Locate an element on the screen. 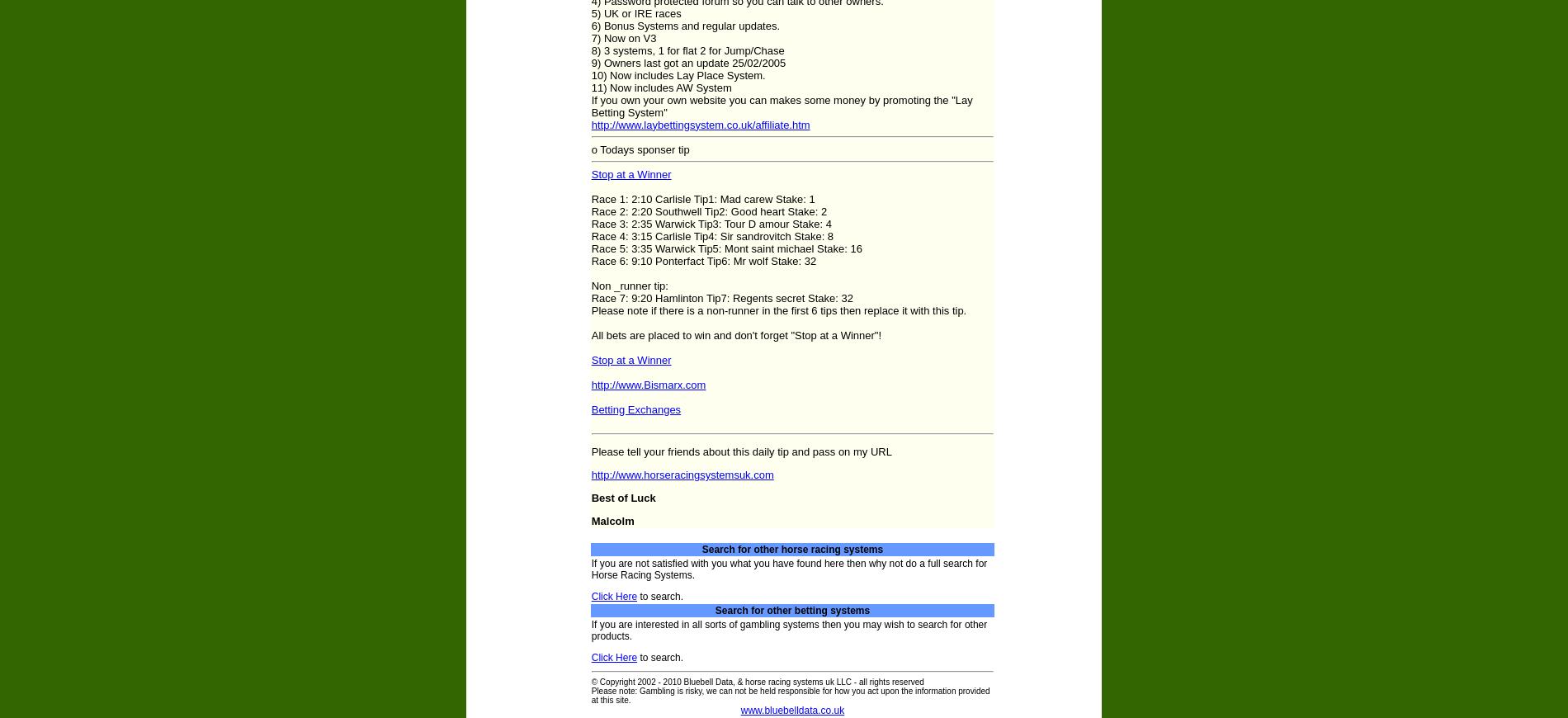 This screenshot has height=718, width=1568. 'If you are interested in all sorts of gambling systems then
					 you may wish to search for other products.' is located at coordinates (589, 631).